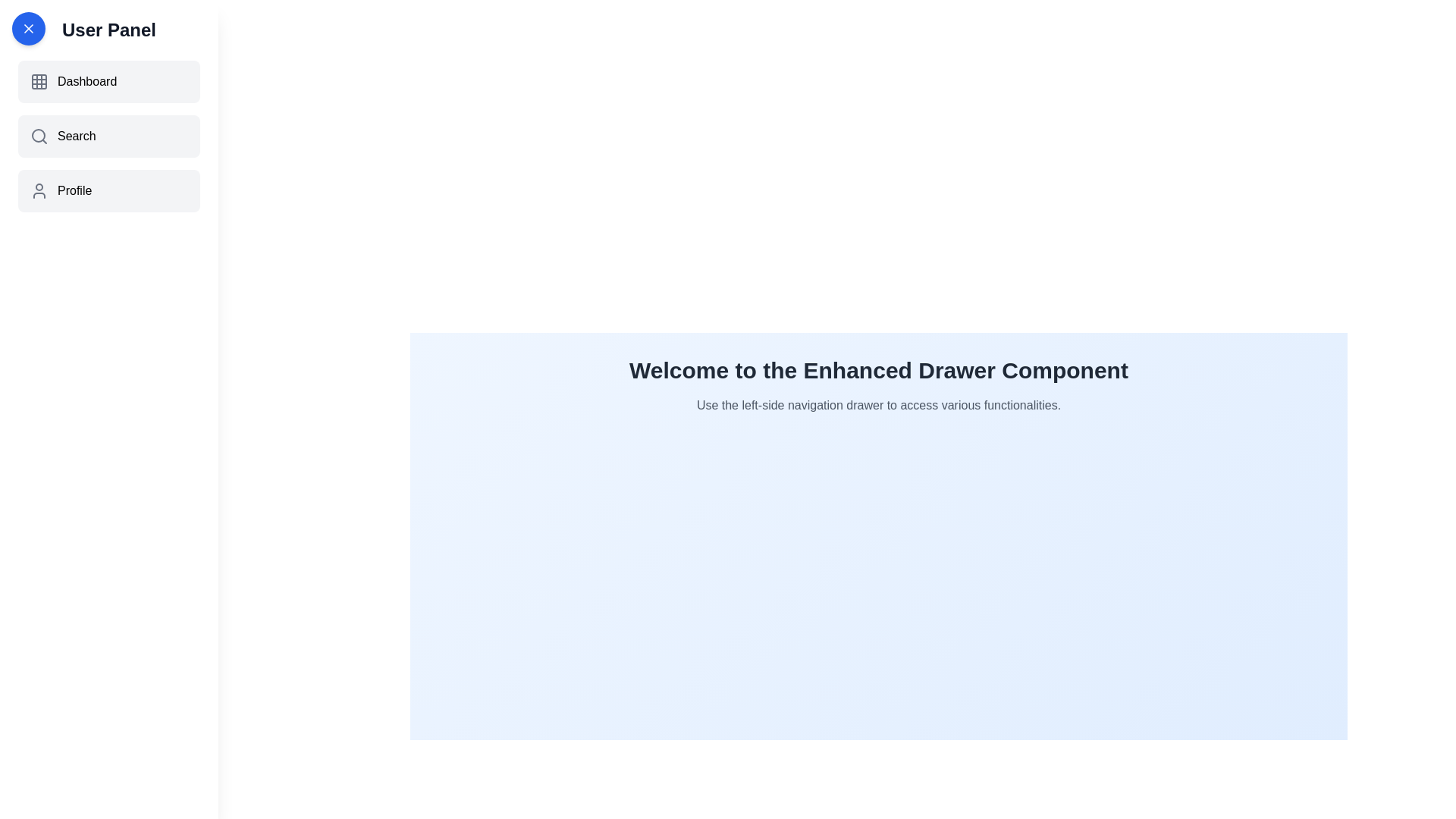 The image size is (1456, 819). Describe the element at coordinates (86, 82) in the screenshot. I see `the 'Dashboard' text label in the navigation menu on the left pane` at that location.